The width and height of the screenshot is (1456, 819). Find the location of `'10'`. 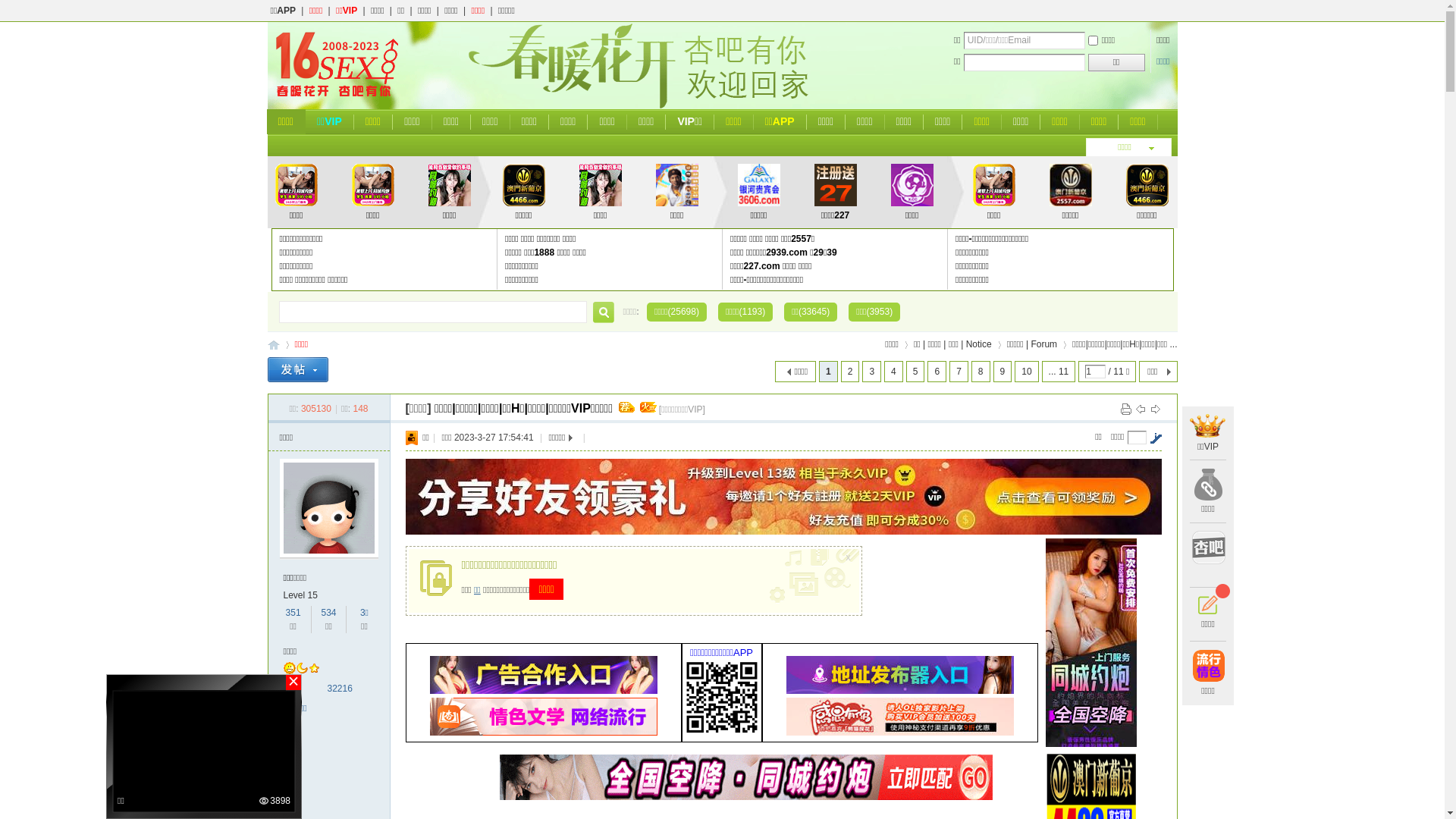

'10' is located at coordinates (1015, 371).